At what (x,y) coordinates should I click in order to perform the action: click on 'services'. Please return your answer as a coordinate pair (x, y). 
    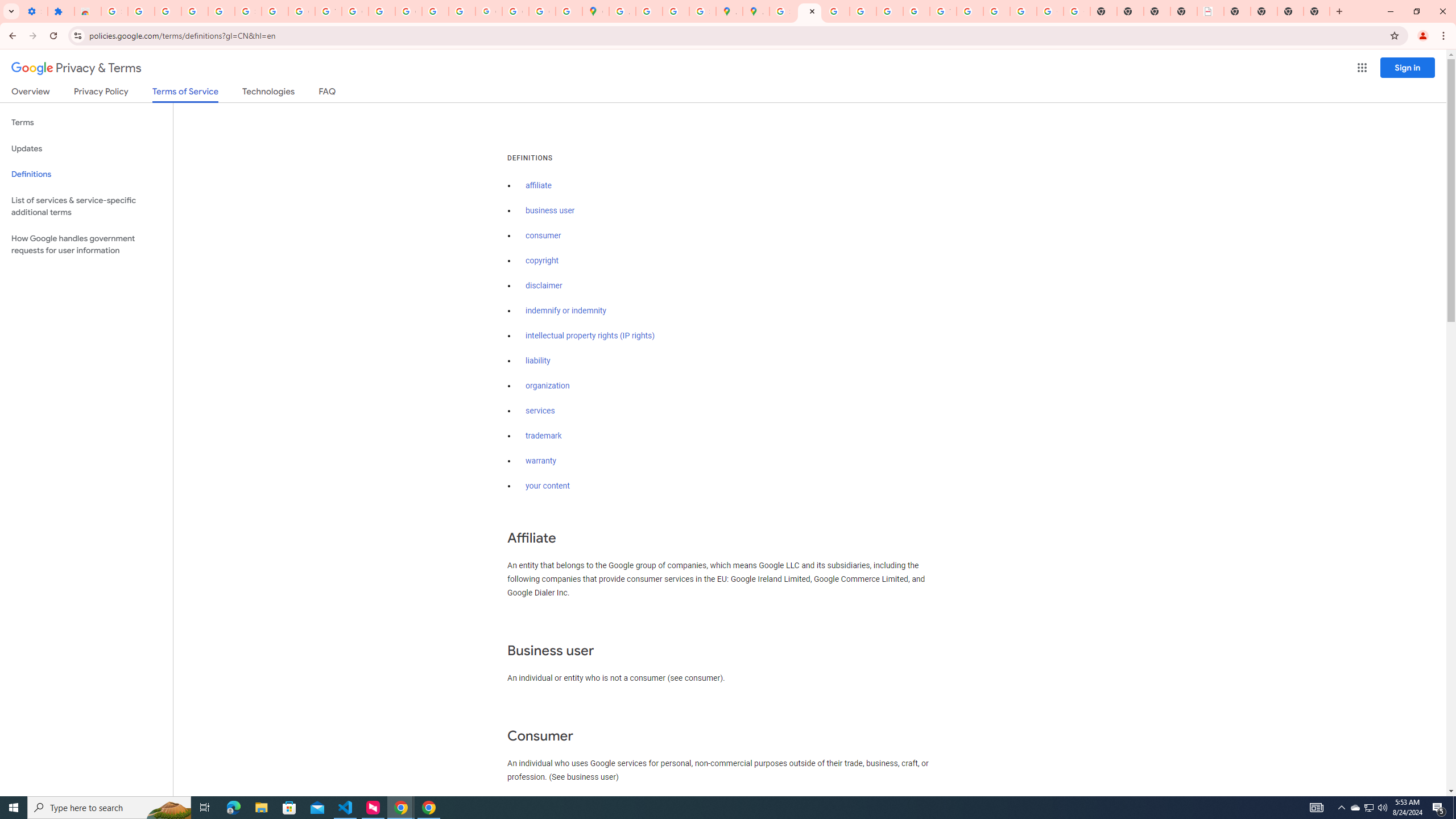
    Looking at the image, I should click on (540, 410).